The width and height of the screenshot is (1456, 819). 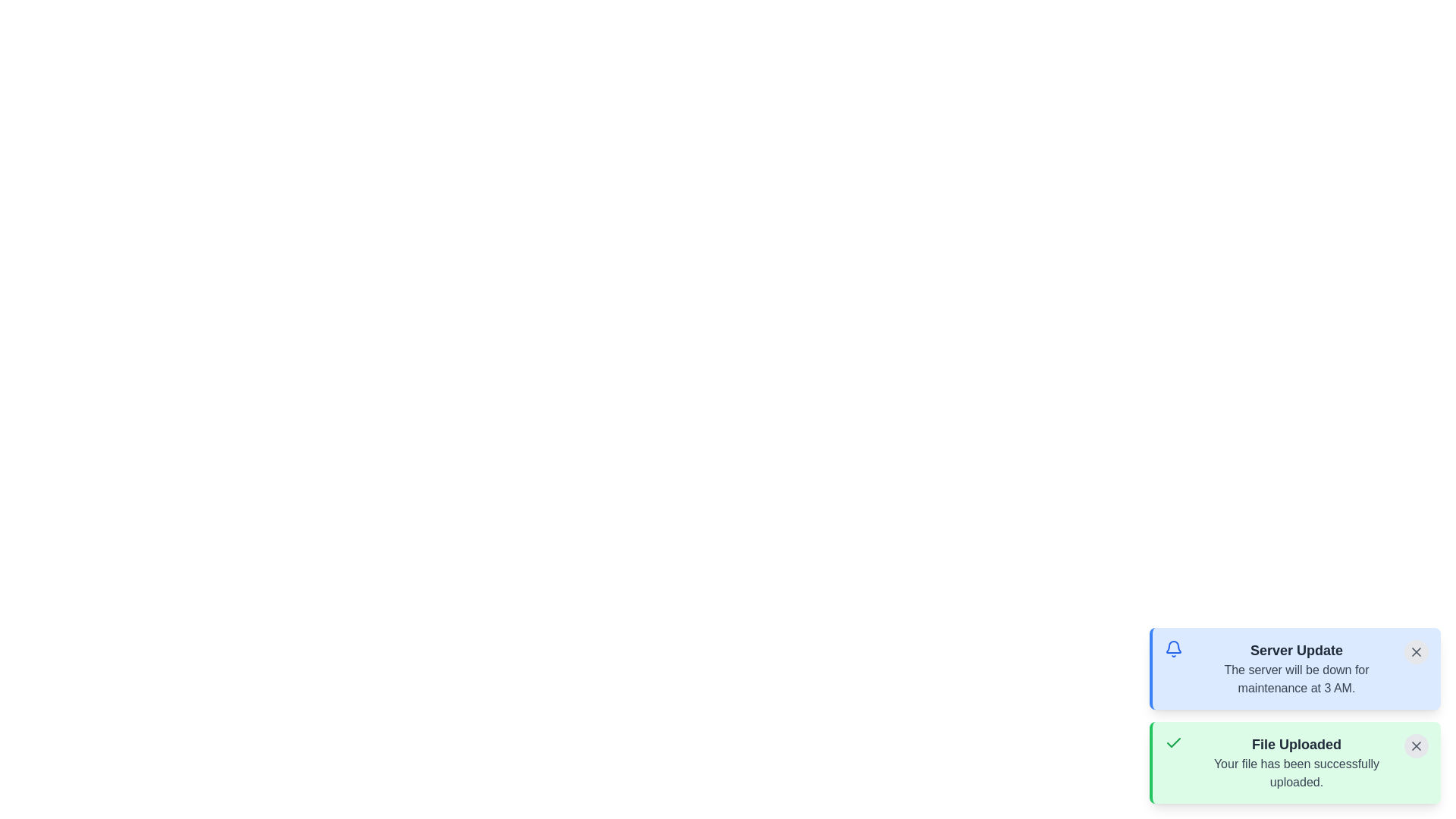 I want to click on the text label that reads 'Your file has been successfully uploaded.' which is styled with gray color and located below the bold header 'File Uploaded' in the bottom right of the interface, so click(x=1295, y=773).